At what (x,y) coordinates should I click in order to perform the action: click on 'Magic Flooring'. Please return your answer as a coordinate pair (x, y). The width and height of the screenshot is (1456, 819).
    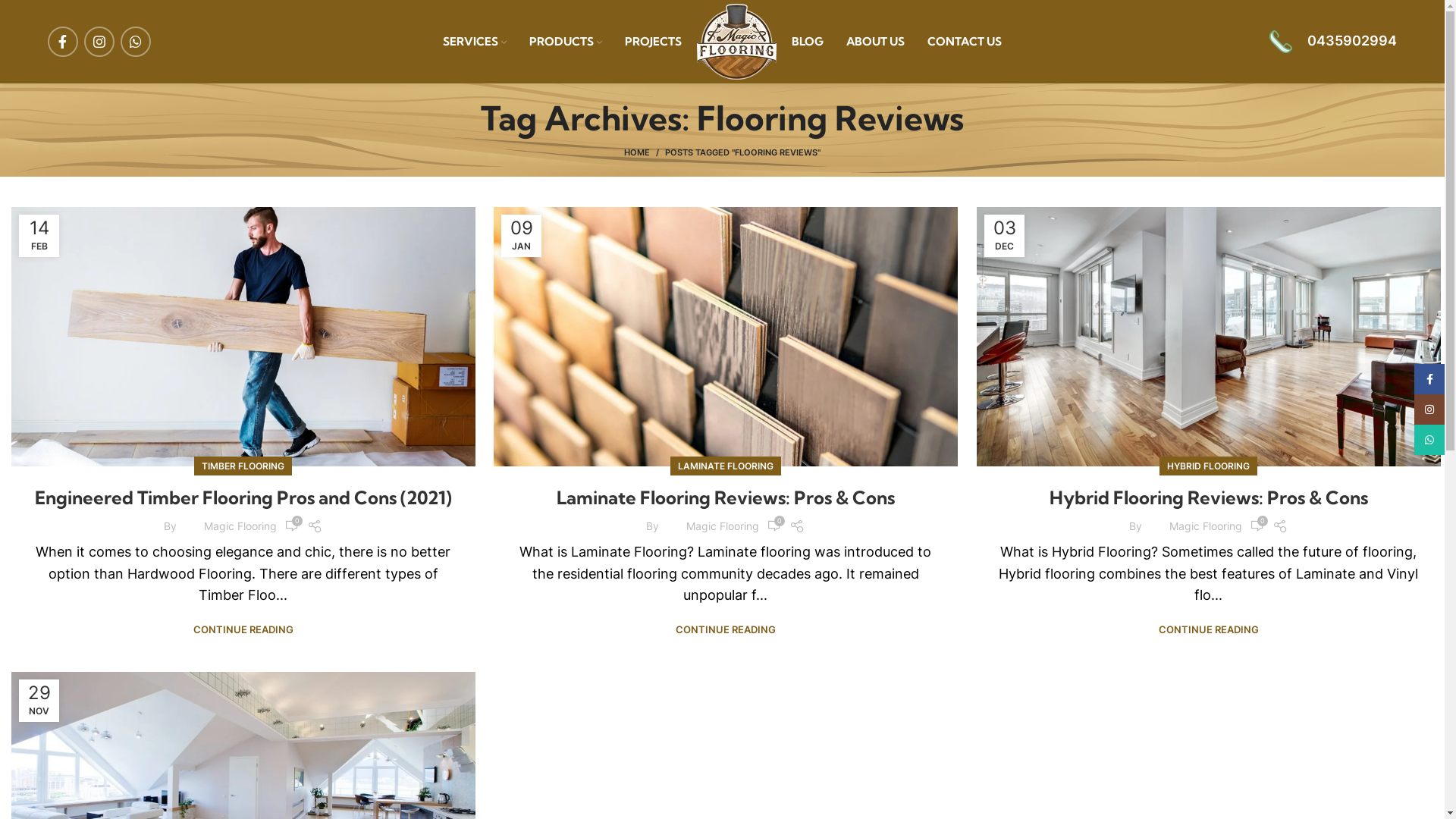
    Looking at the image, I should click on (722, 525).